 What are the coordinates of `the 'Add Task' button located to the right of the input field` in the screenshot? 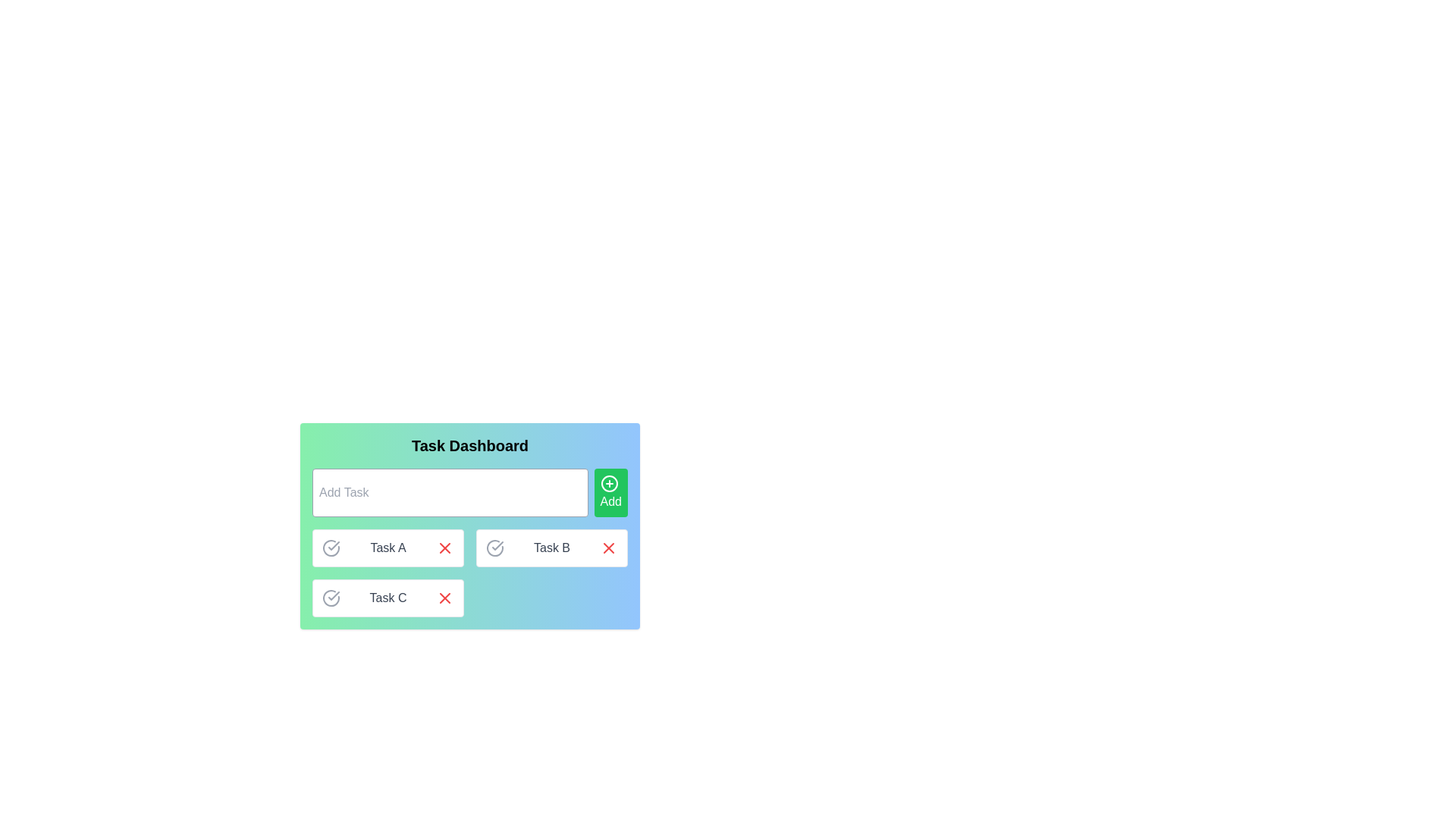 It's located at (610, 493).